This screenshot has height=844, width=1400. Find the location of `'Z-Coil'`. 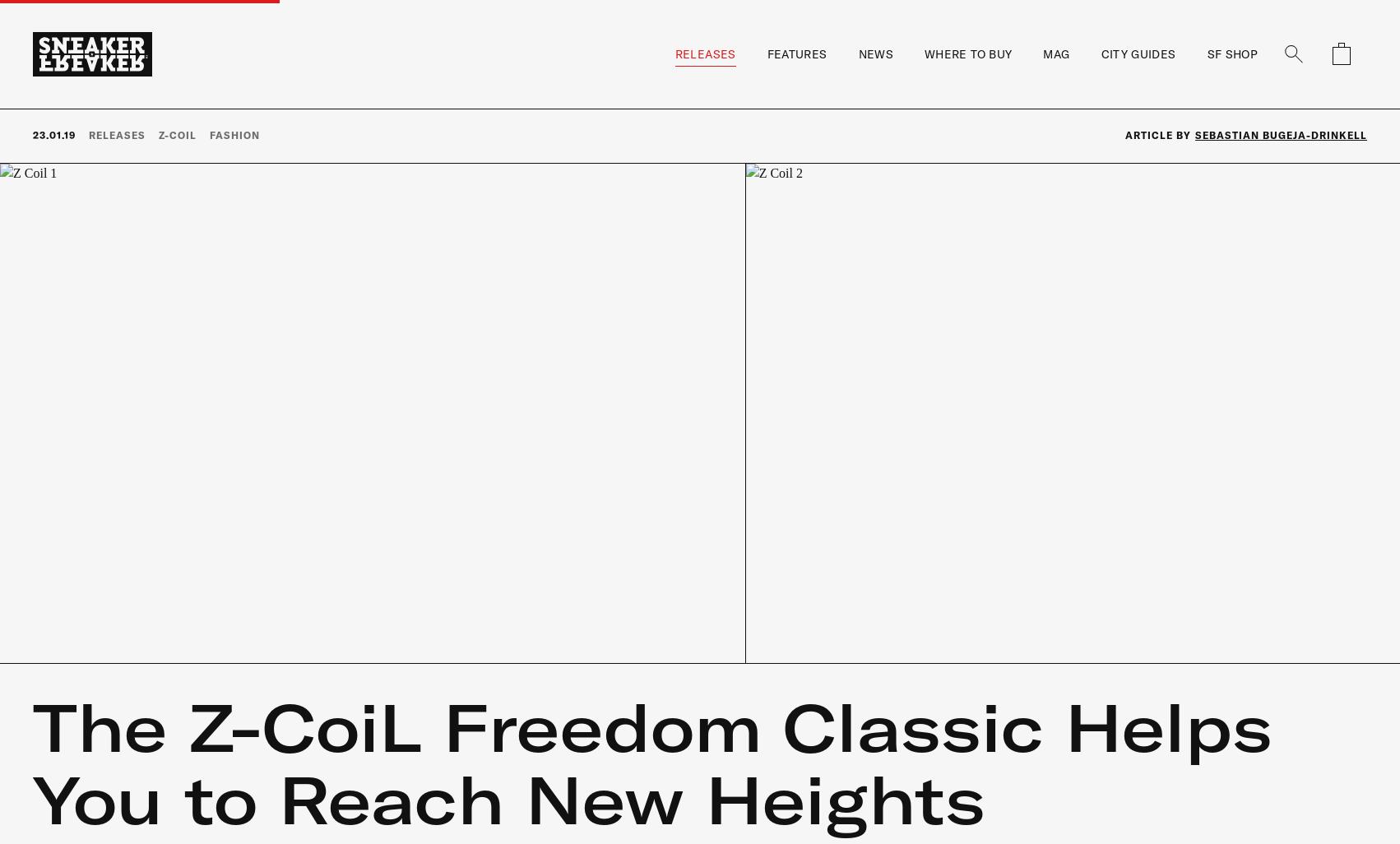

'Z-Coil' is located at coordinates (175, 133).